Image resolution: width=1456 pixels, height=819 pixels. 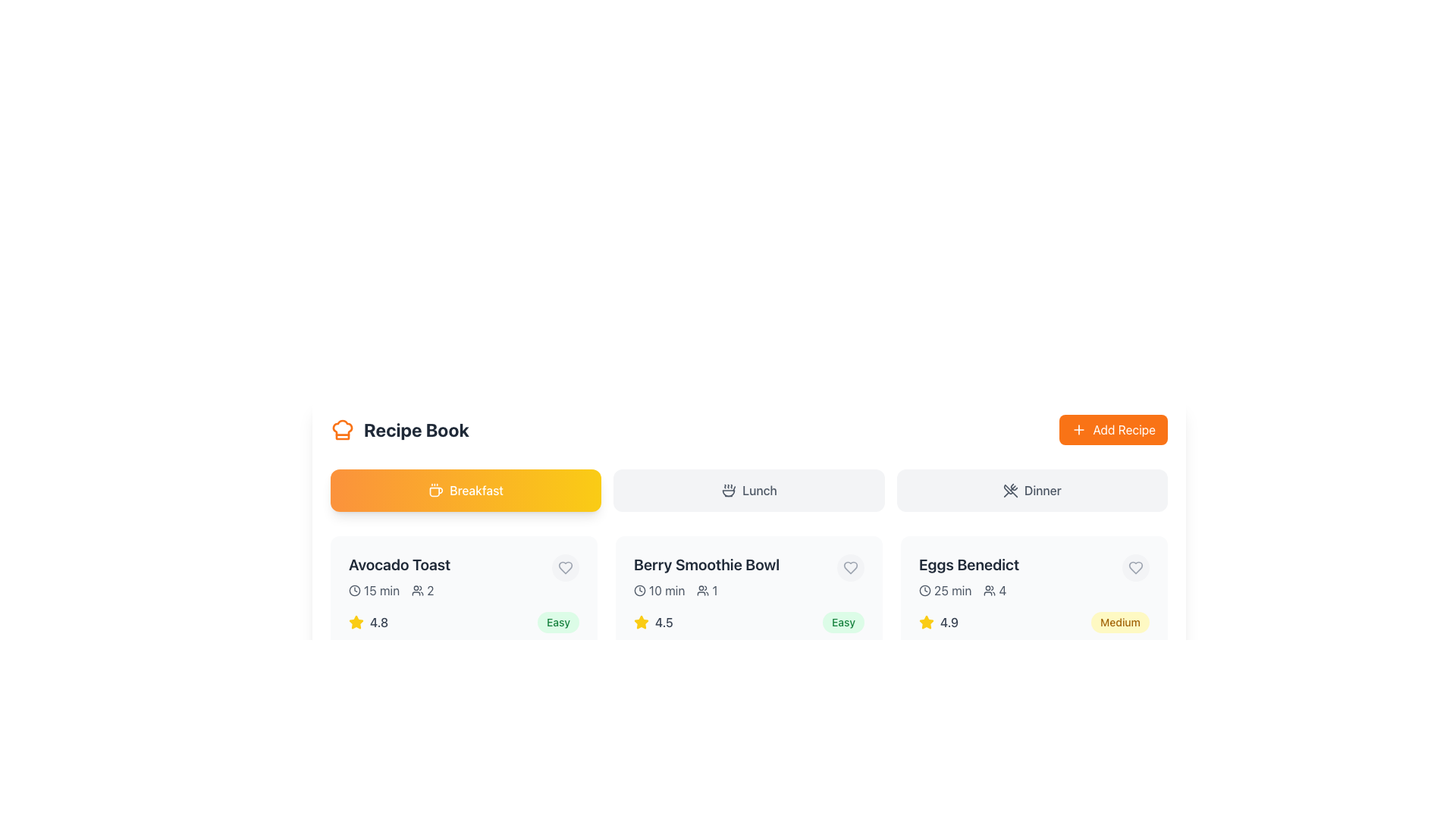 What do you see at coordinates (557, 623) in the screenshot?
I see `the difficulty level label located in the bottom-right corner of the 'Avocado Toast' recipe card` at bounding box center [557, 623].